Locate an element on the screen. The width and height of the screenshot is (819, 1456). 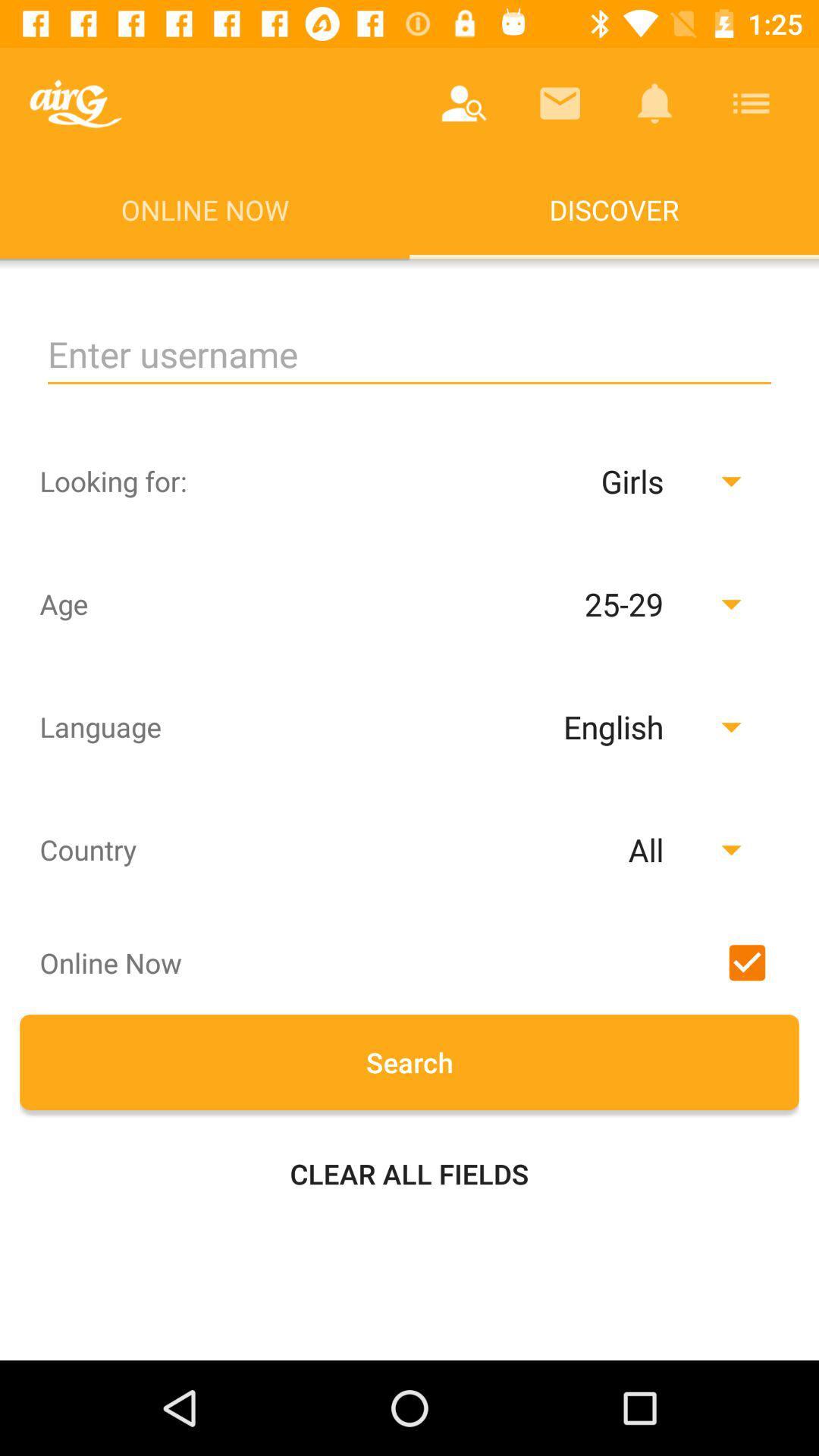
discover item is located at coordinates (614, 209).